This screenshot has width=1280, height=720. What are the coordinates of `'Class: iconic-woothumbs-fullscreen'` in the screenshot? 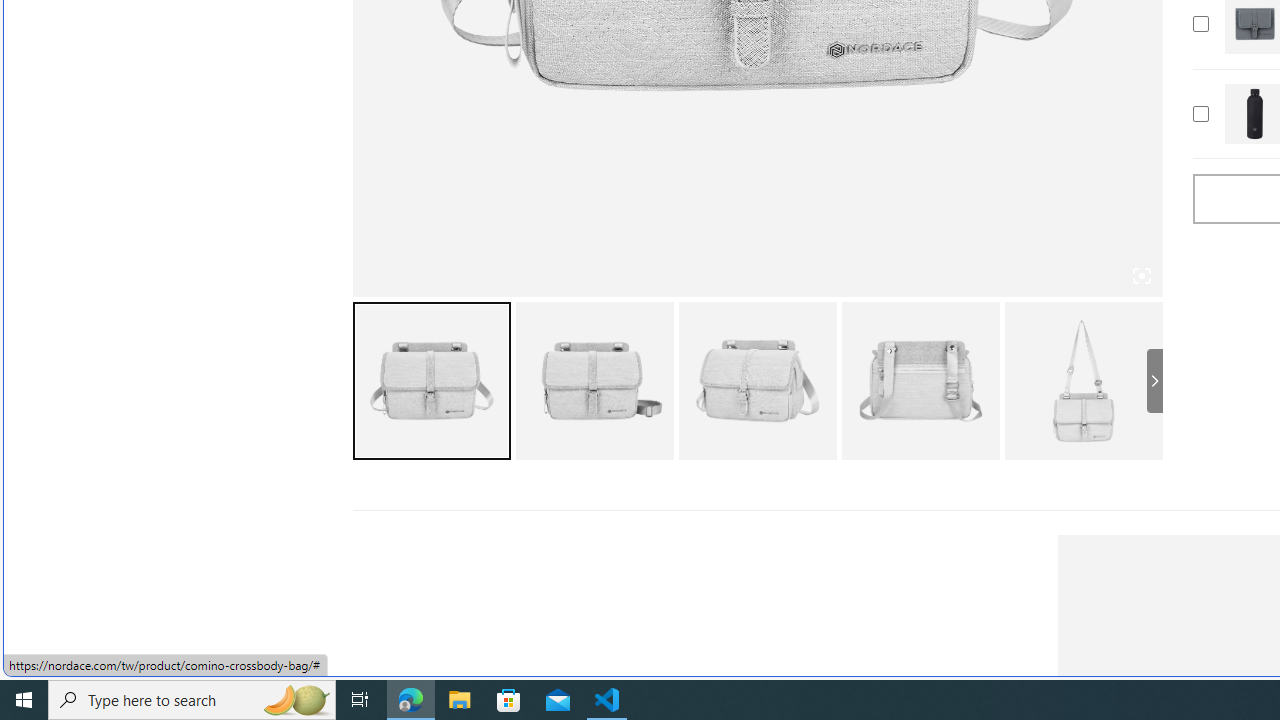 It's located at (1141, 276).